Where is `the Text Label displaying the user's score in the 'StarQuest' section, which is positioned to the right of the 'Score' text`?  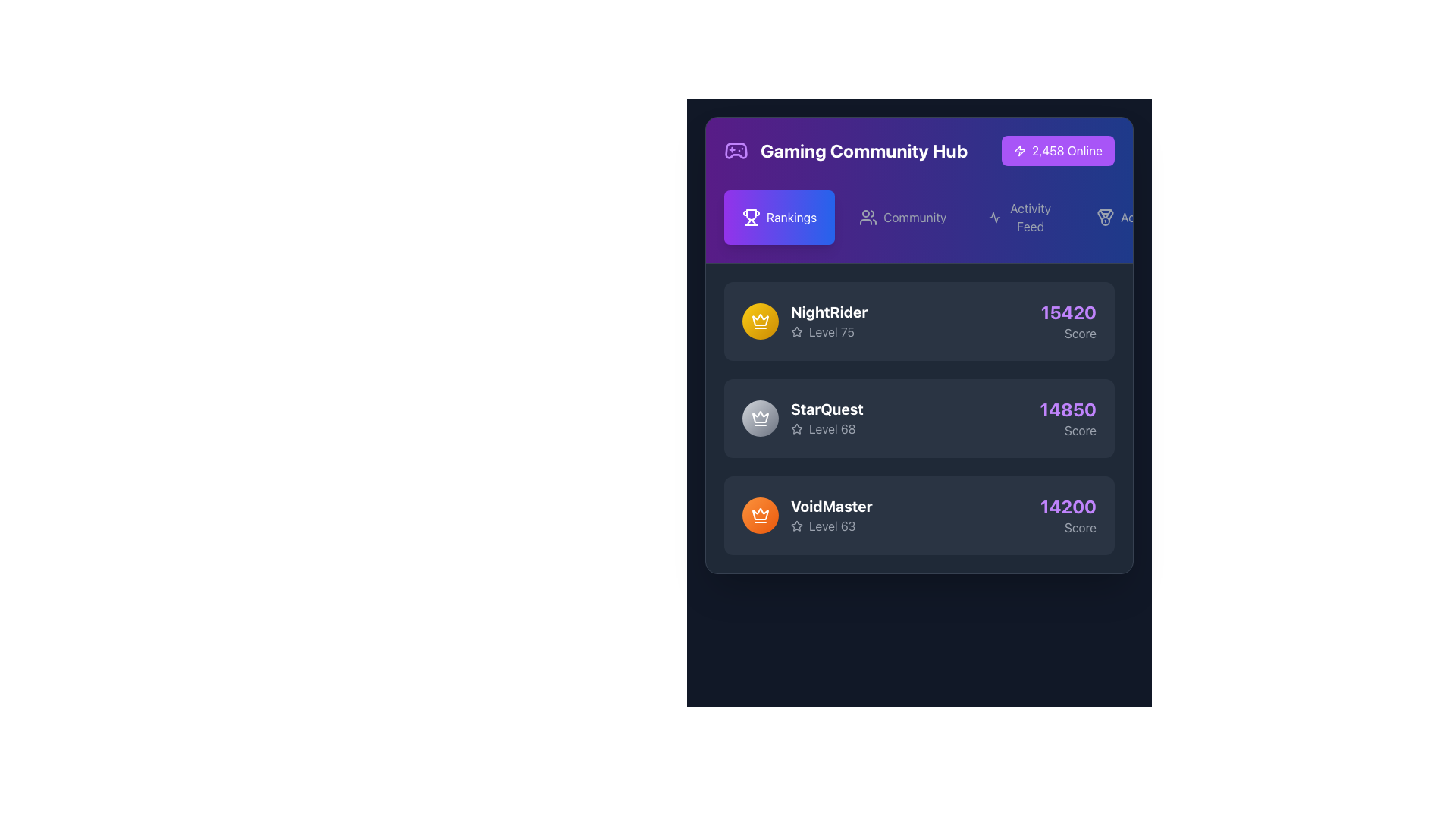 the Text Label displaying the user's score in the 'StarQuest' section, which is positioned to the right of the 'Score' text is located at coordinates (1067, 409).